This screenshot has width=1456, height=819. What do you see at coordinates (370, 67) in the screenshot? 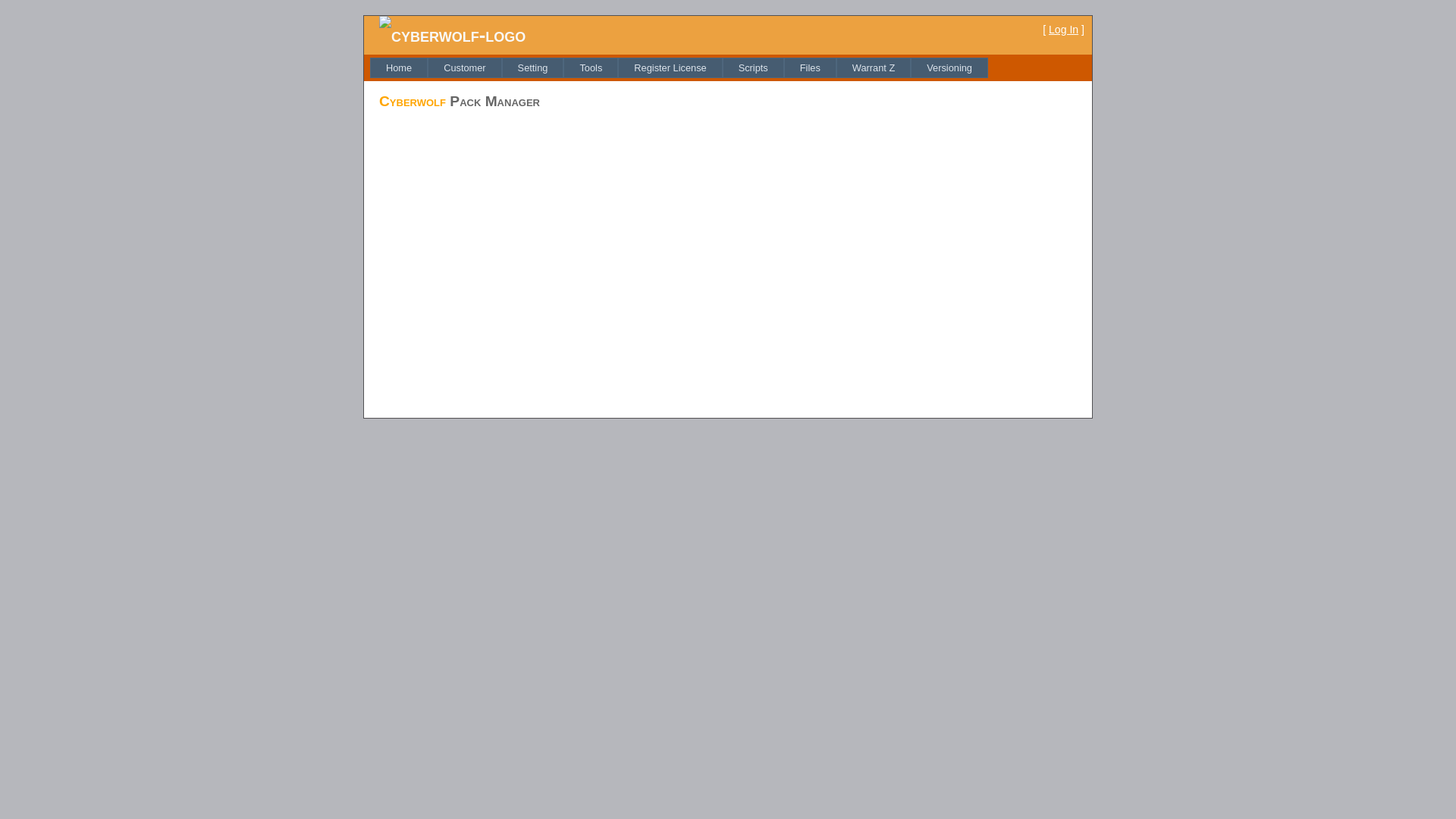
I see `'Home'` at bounding box center [370, 67].